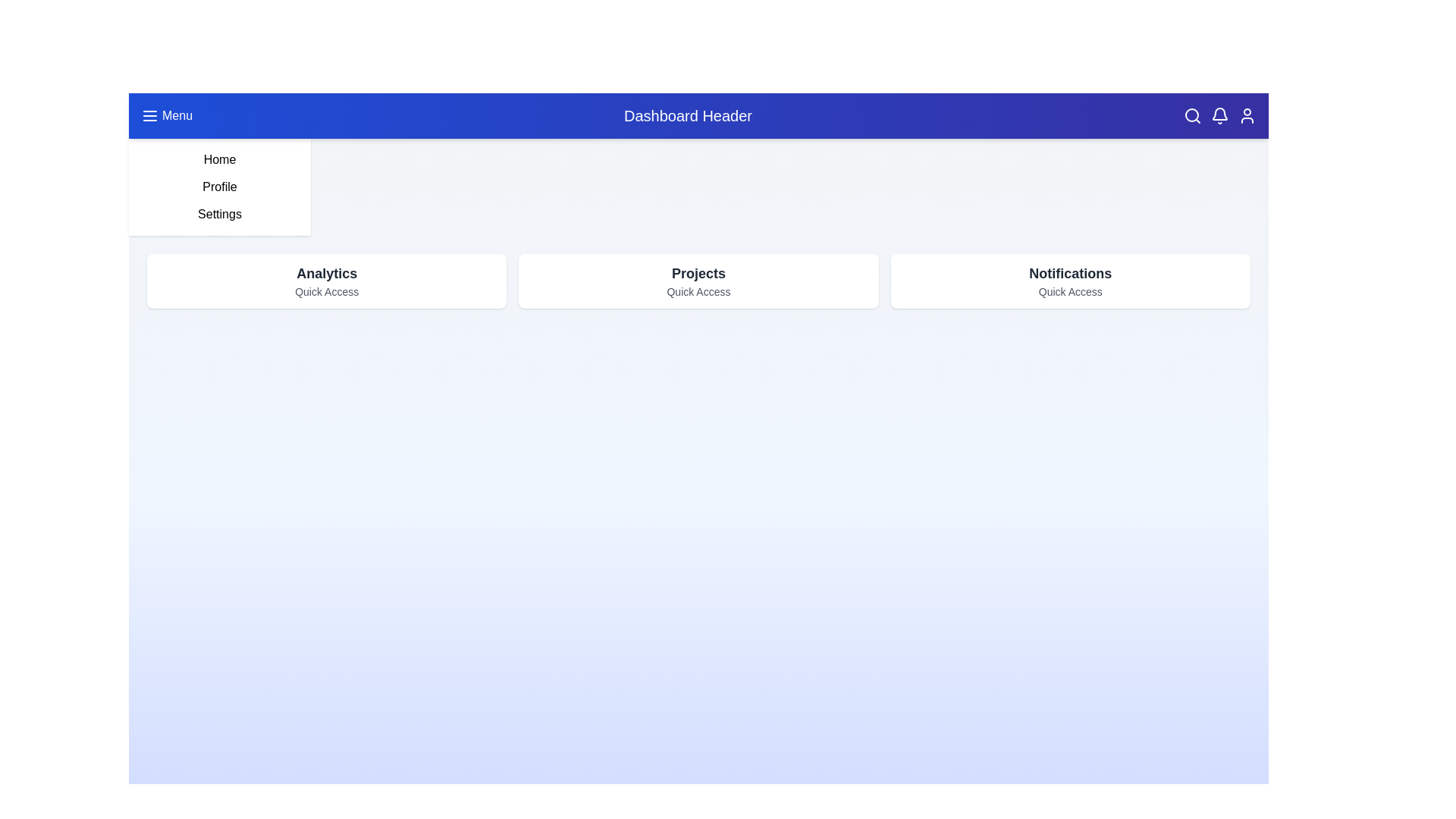 The width and height of the screenshot is (1456, 819). What do you see at coordinates (218, 159) in the screenshot?
I see `the menu option Home from the menu` at bounding box center [218, 159].